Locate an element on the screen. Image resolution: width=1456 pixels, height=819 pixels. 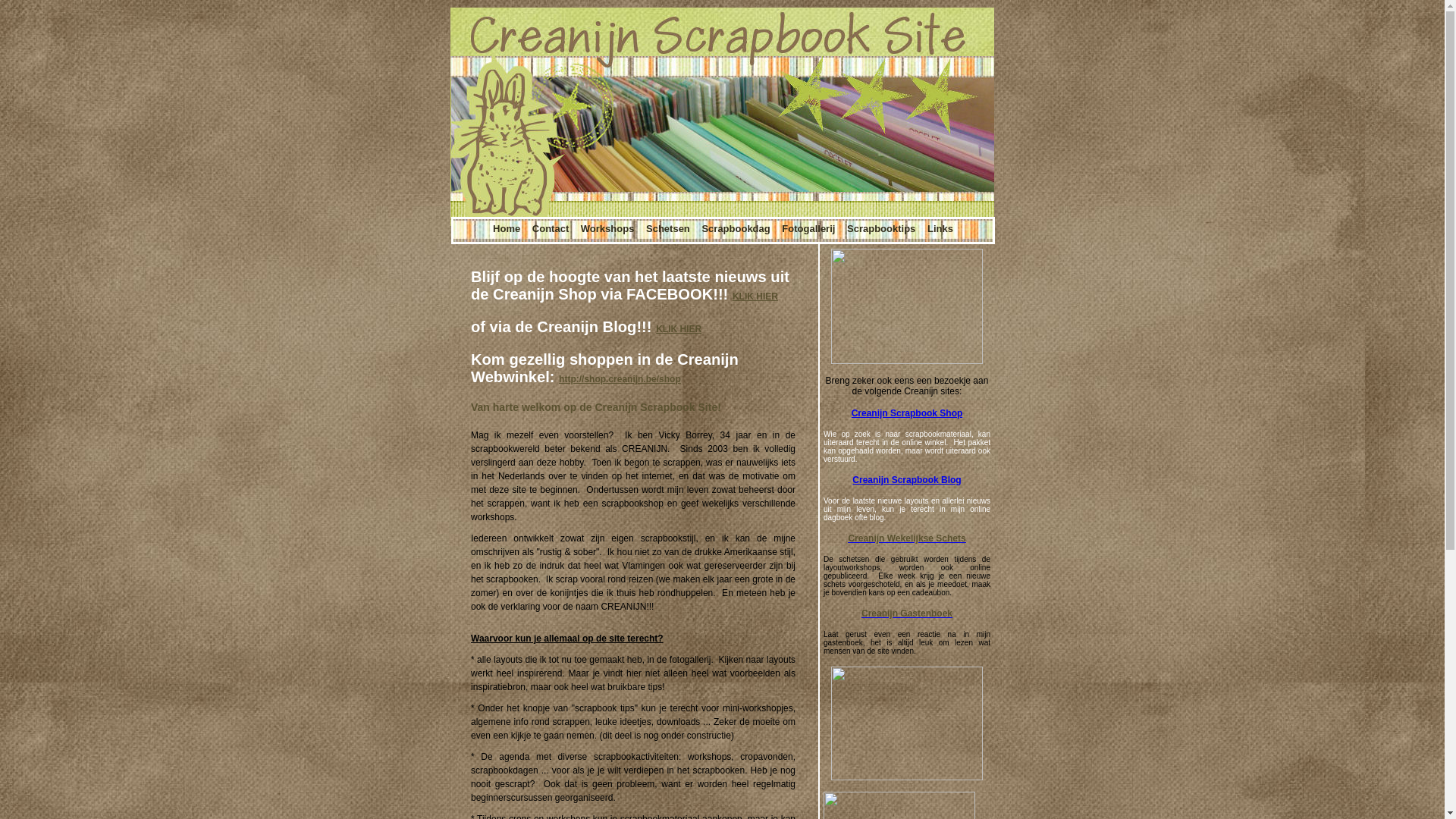
'Scrapbooktips' is located at coordinates (882, 228).